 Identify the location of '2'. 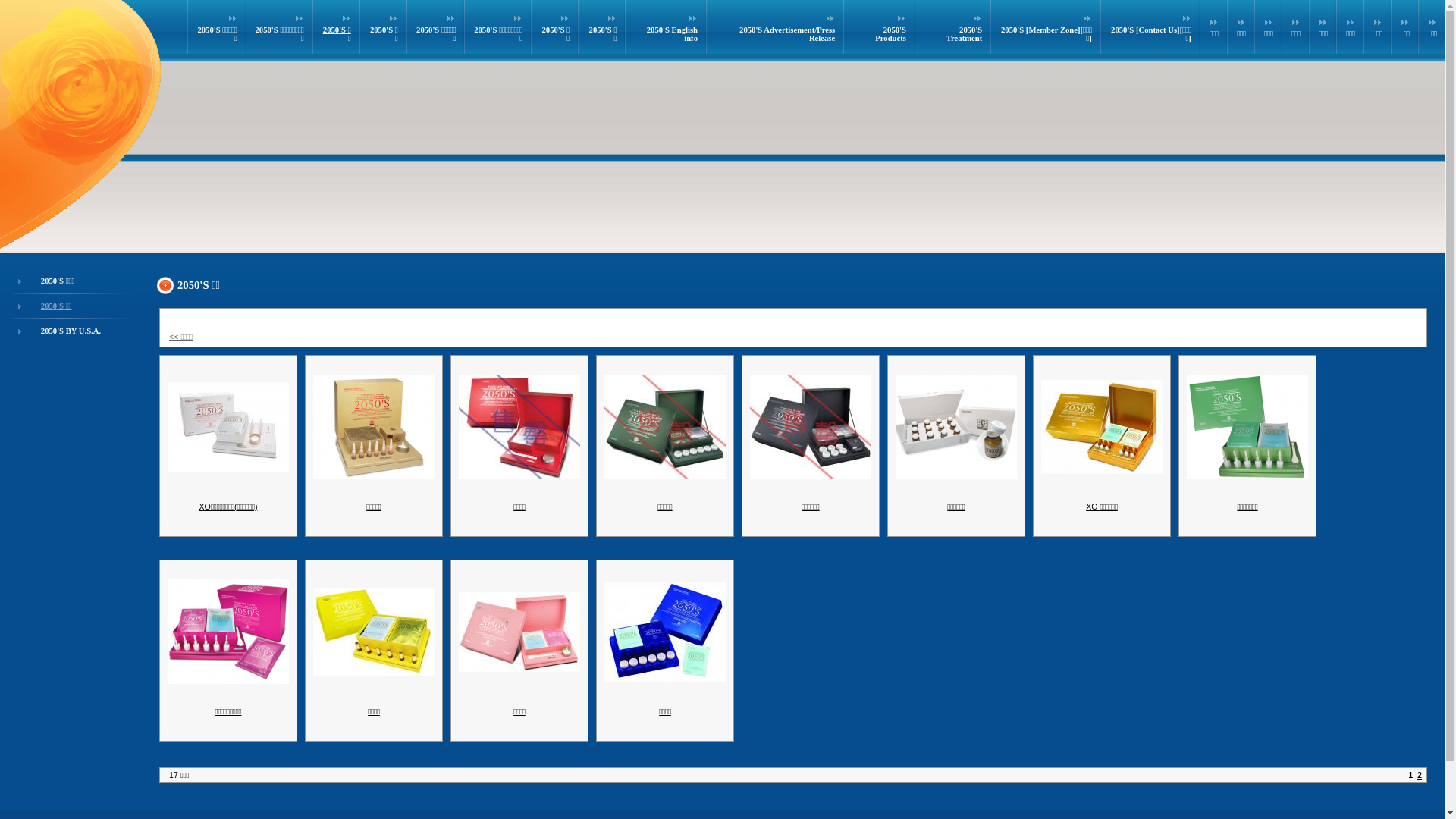
(1419, 775).